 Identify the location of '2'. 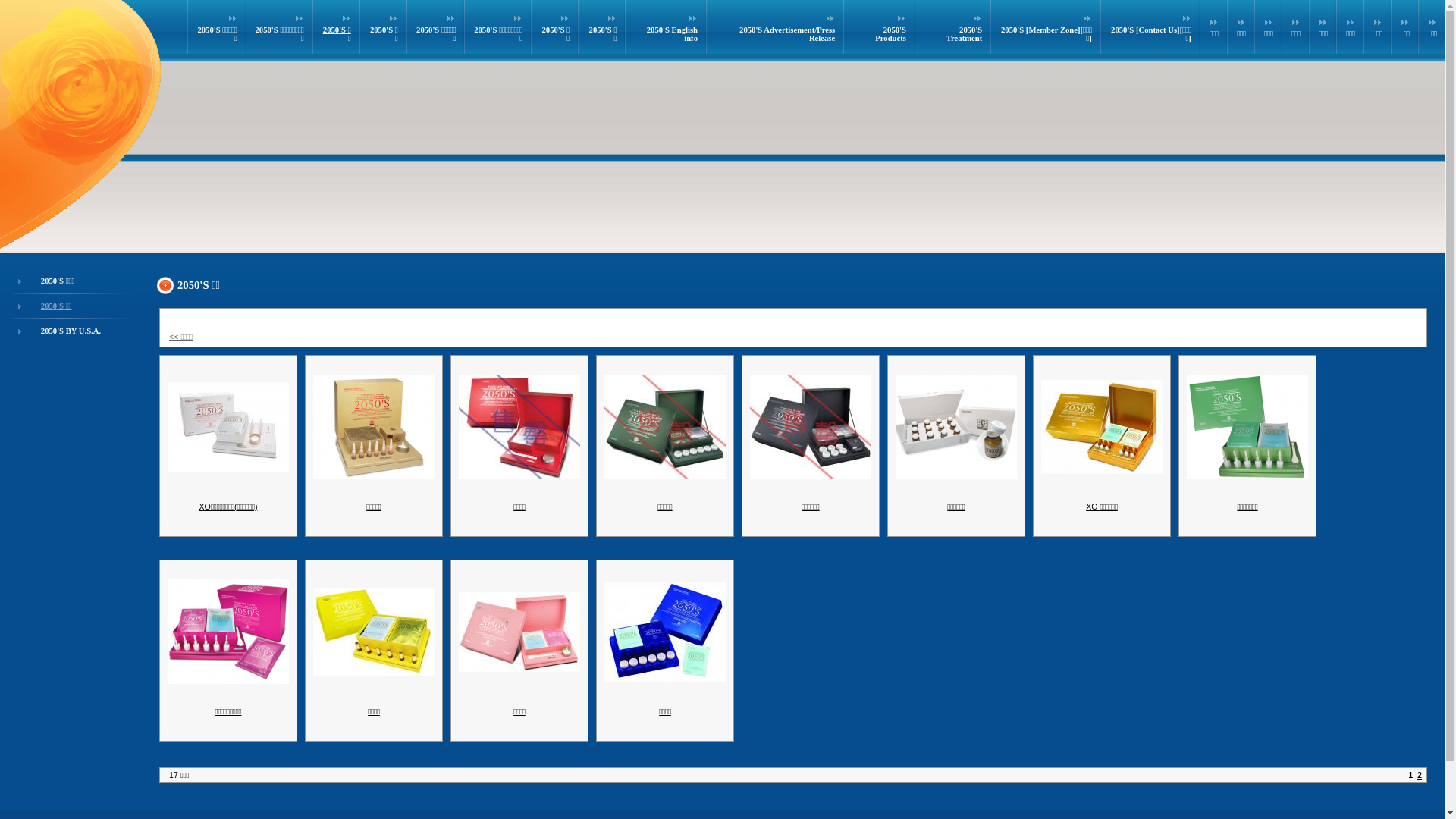
(1419, 775).